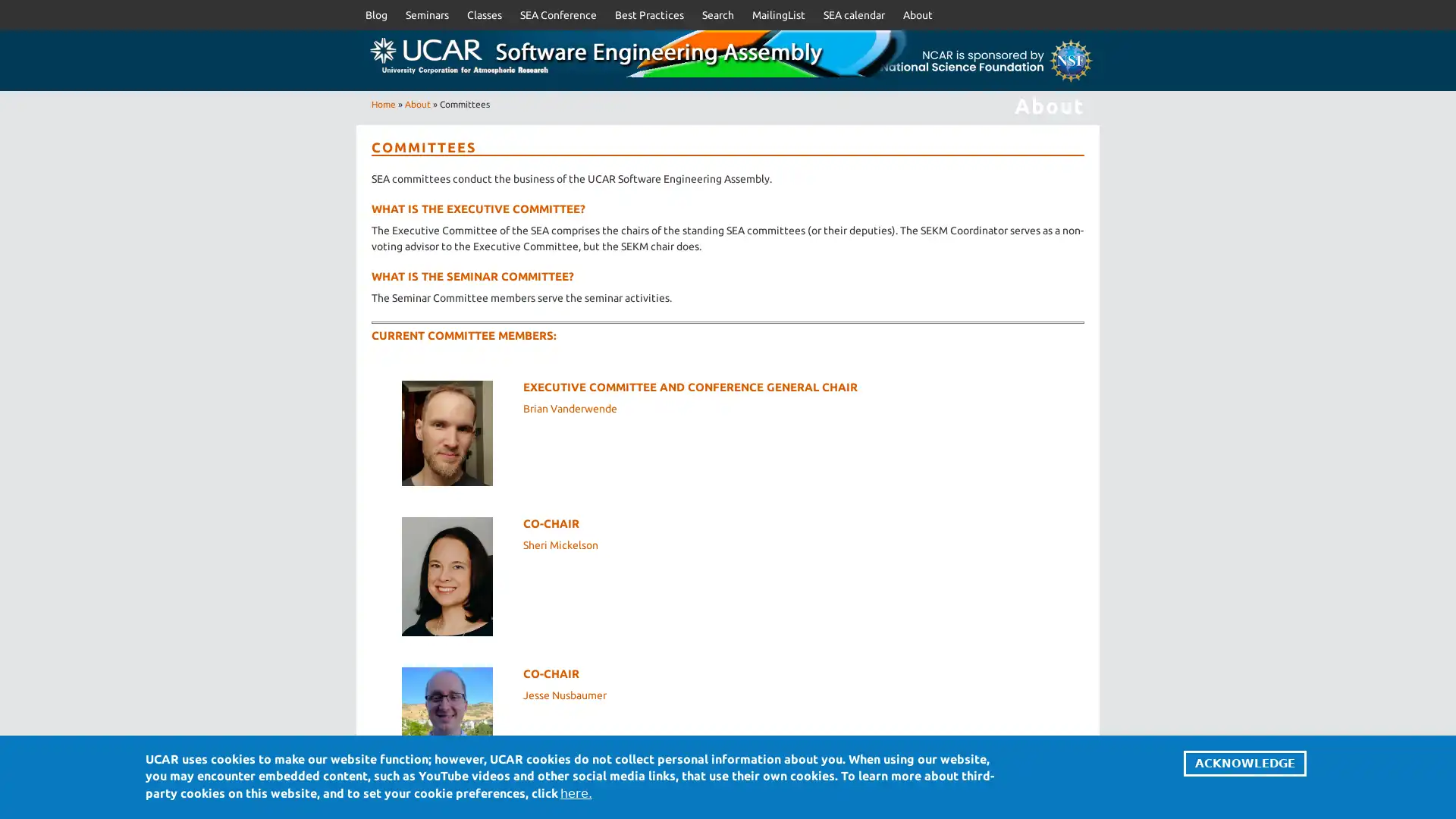  I want to click on here., so click(575, 792).